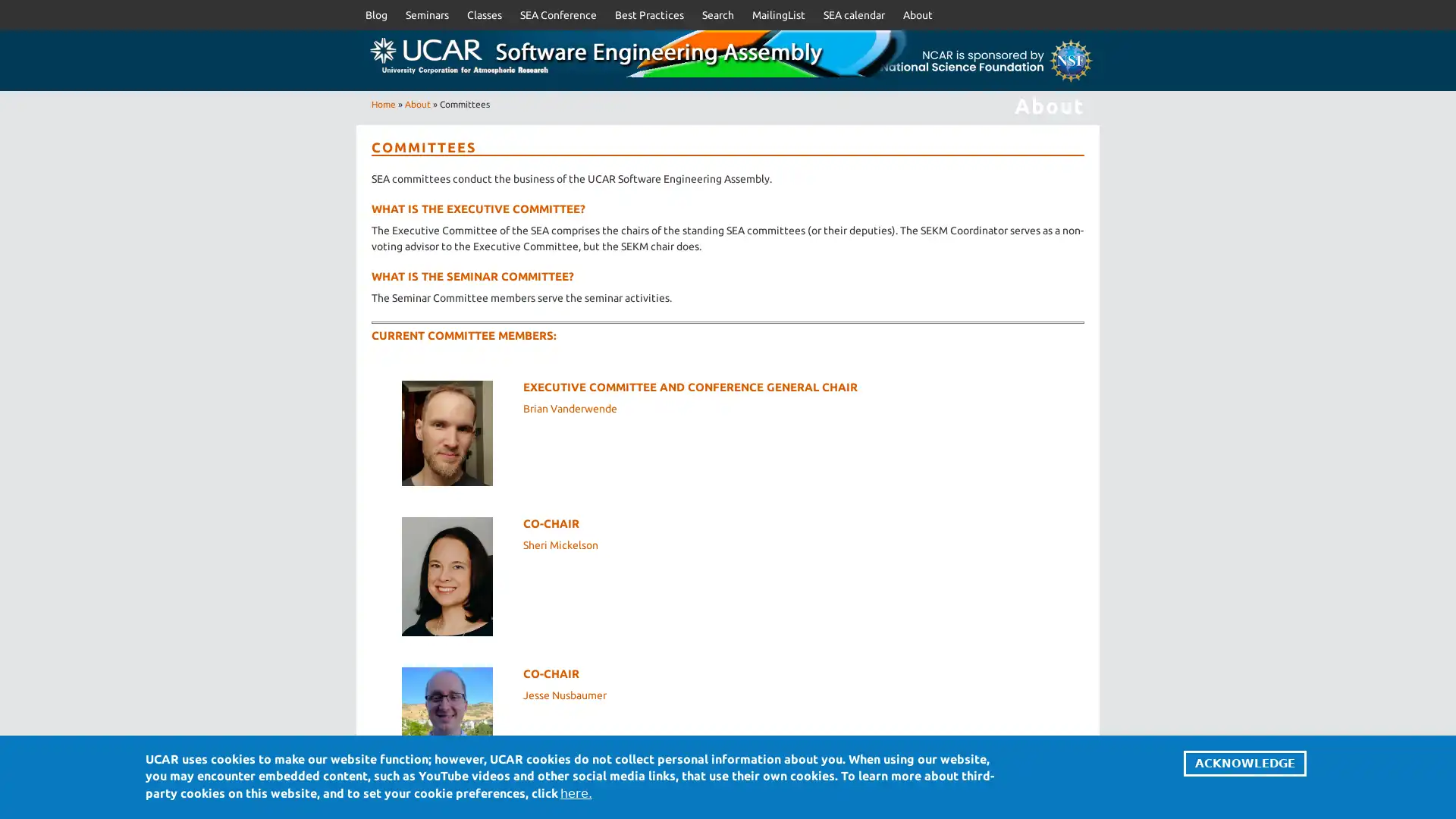  I want to click on here., so click(575, 792).